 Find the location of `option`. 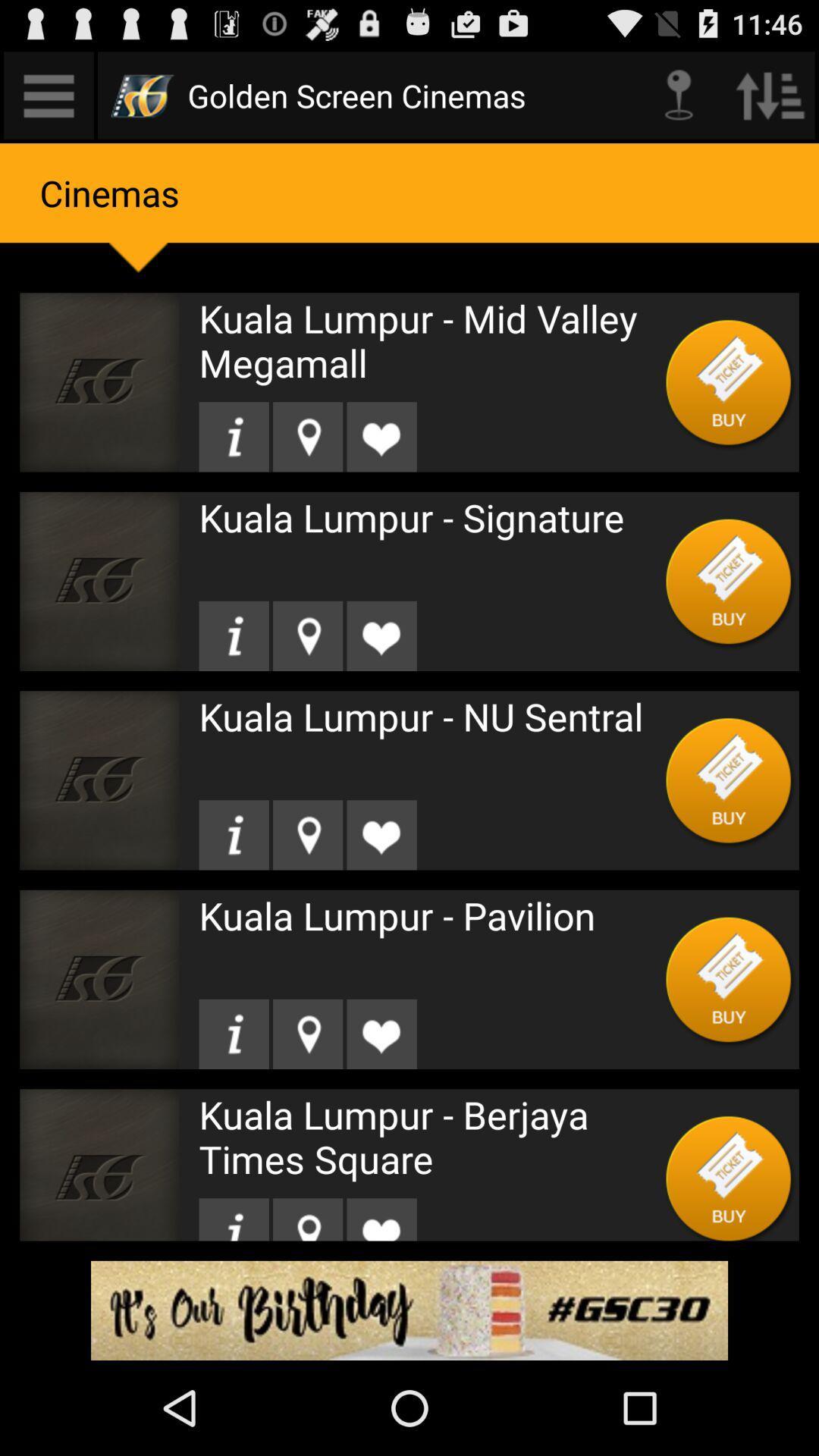

option is located at coordinates (728, 580).